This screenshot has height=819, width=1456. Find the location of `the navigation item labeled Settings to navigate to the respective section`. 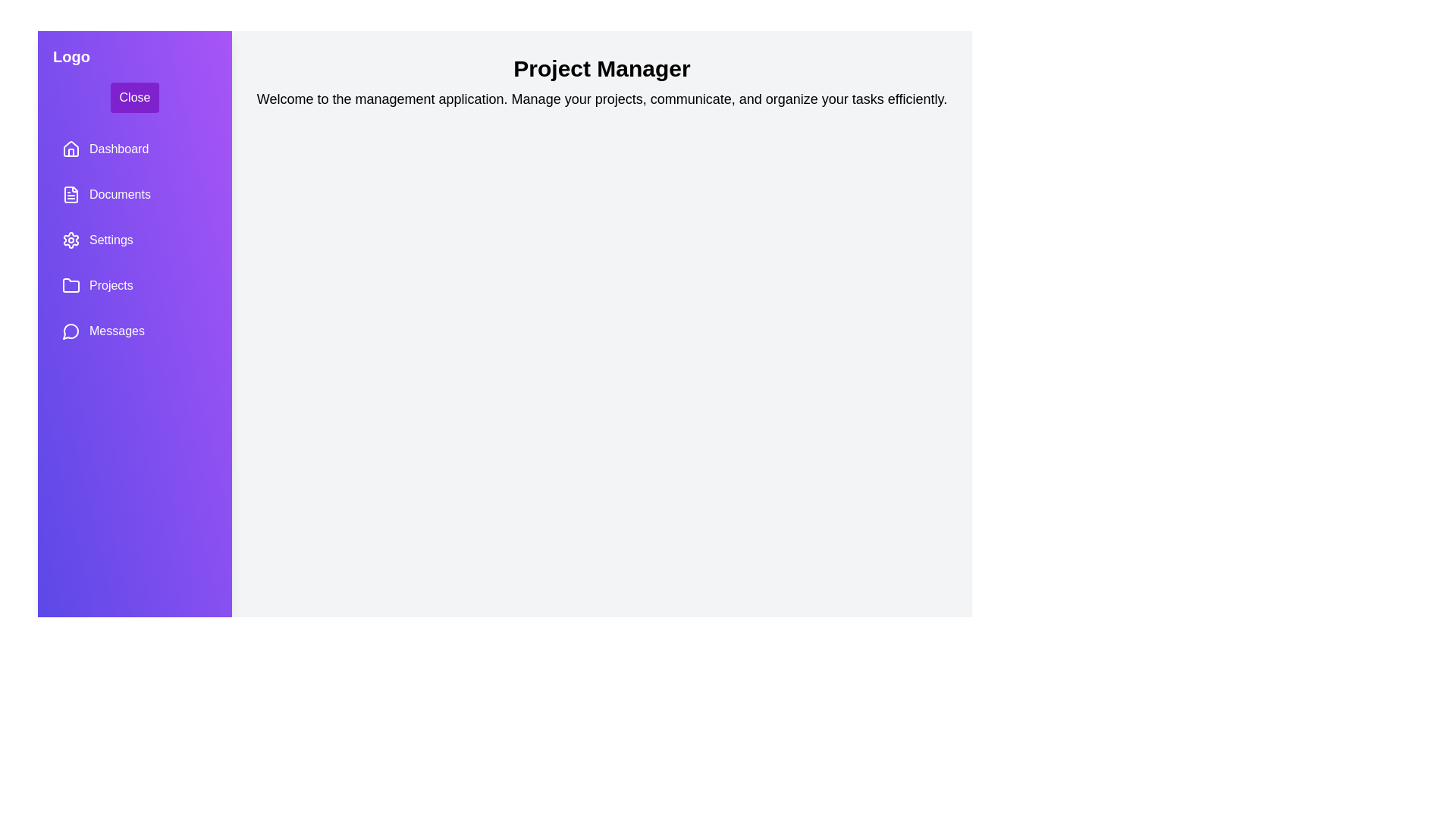

the navigation item labeled Settings to navigate to the respective section is located at coordinates (134, 239).